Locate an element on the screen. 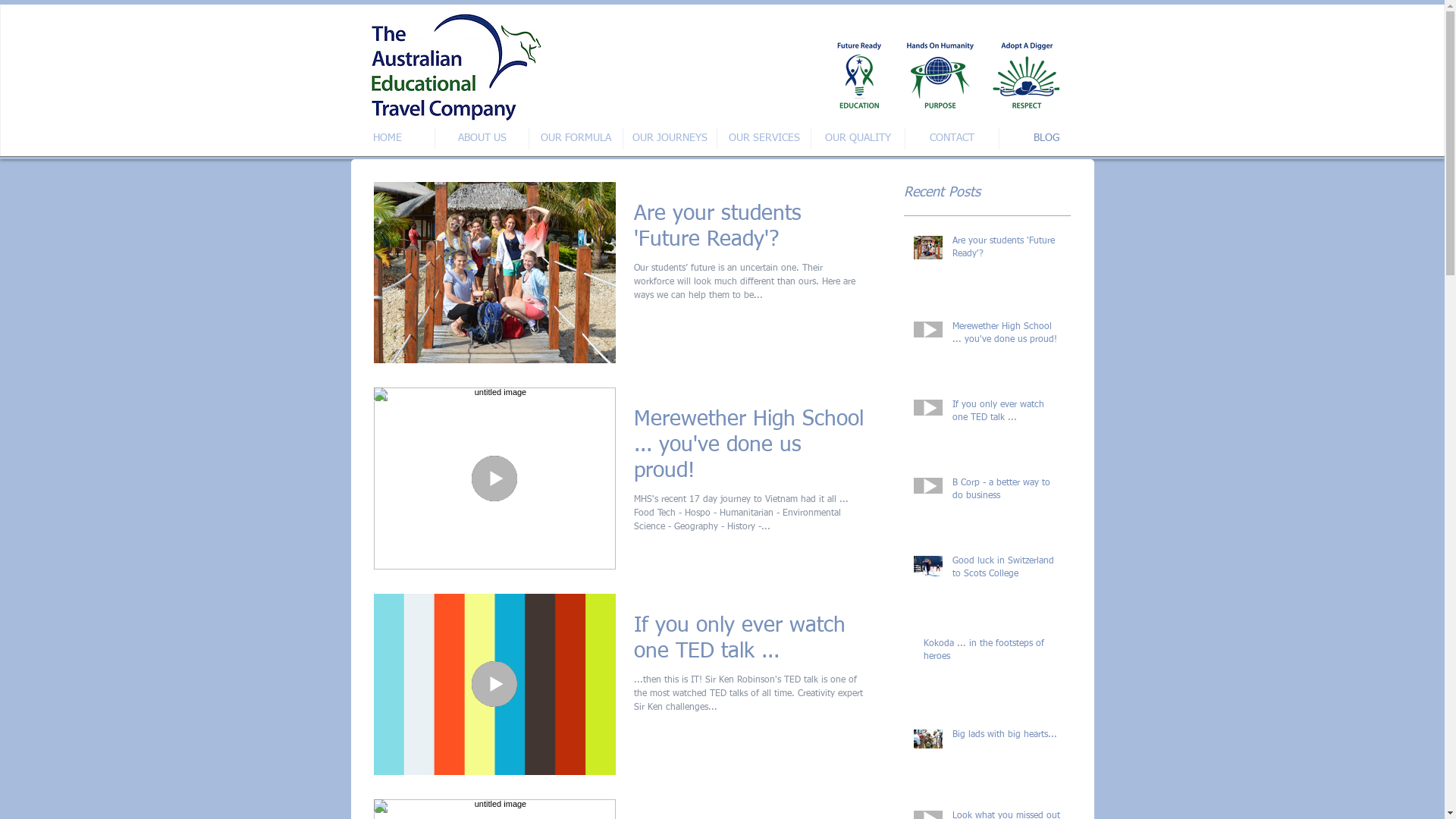 The height and width of the screenshot is (819, 1456). 'All logos together 2nd version (transparent background).png' is located at coordinates (940, 72).